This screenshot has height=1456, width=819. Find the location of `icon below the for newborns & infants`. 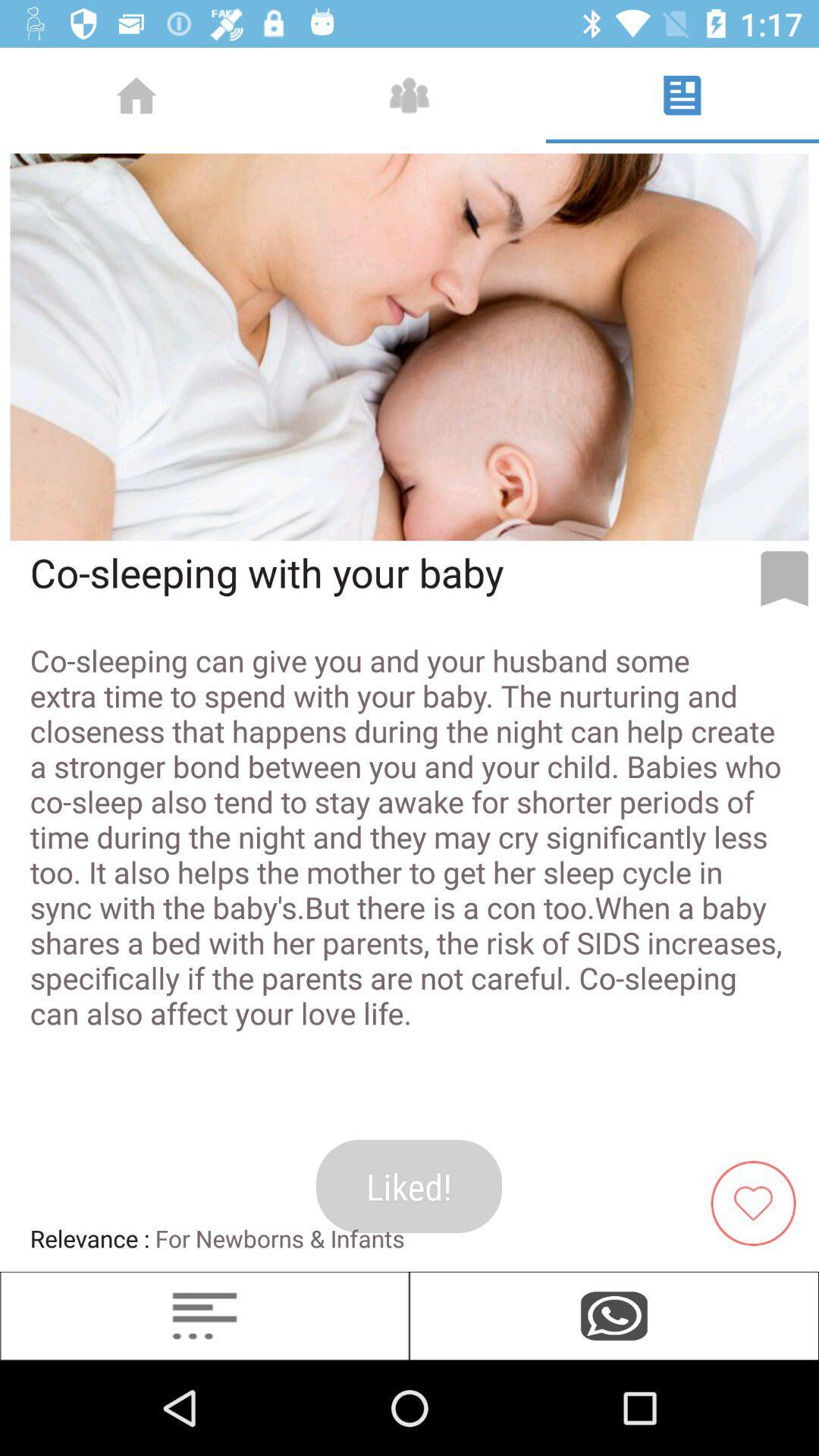

icon below the for newborns & infants is located at coordinates (614, 1315).